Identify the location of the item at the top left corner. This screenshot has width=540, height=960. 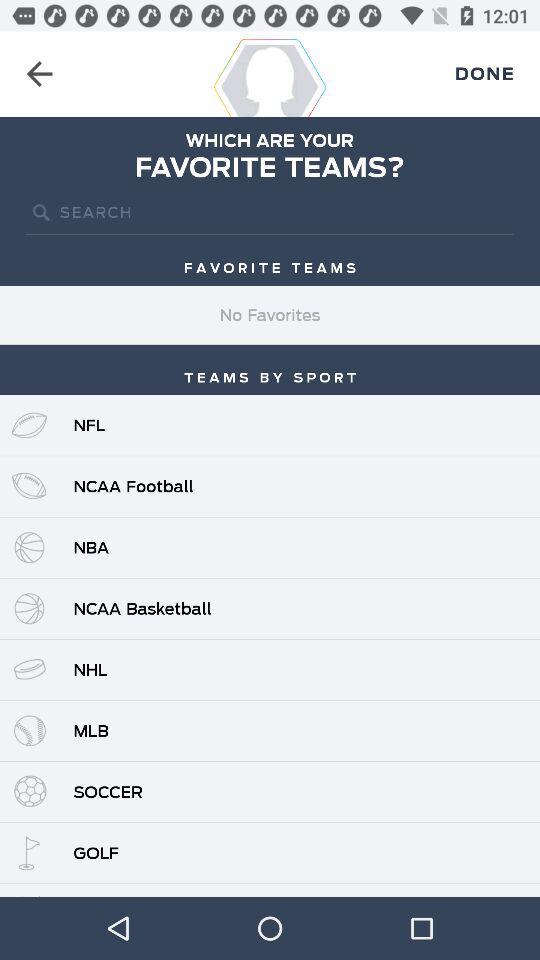
(39, 74).